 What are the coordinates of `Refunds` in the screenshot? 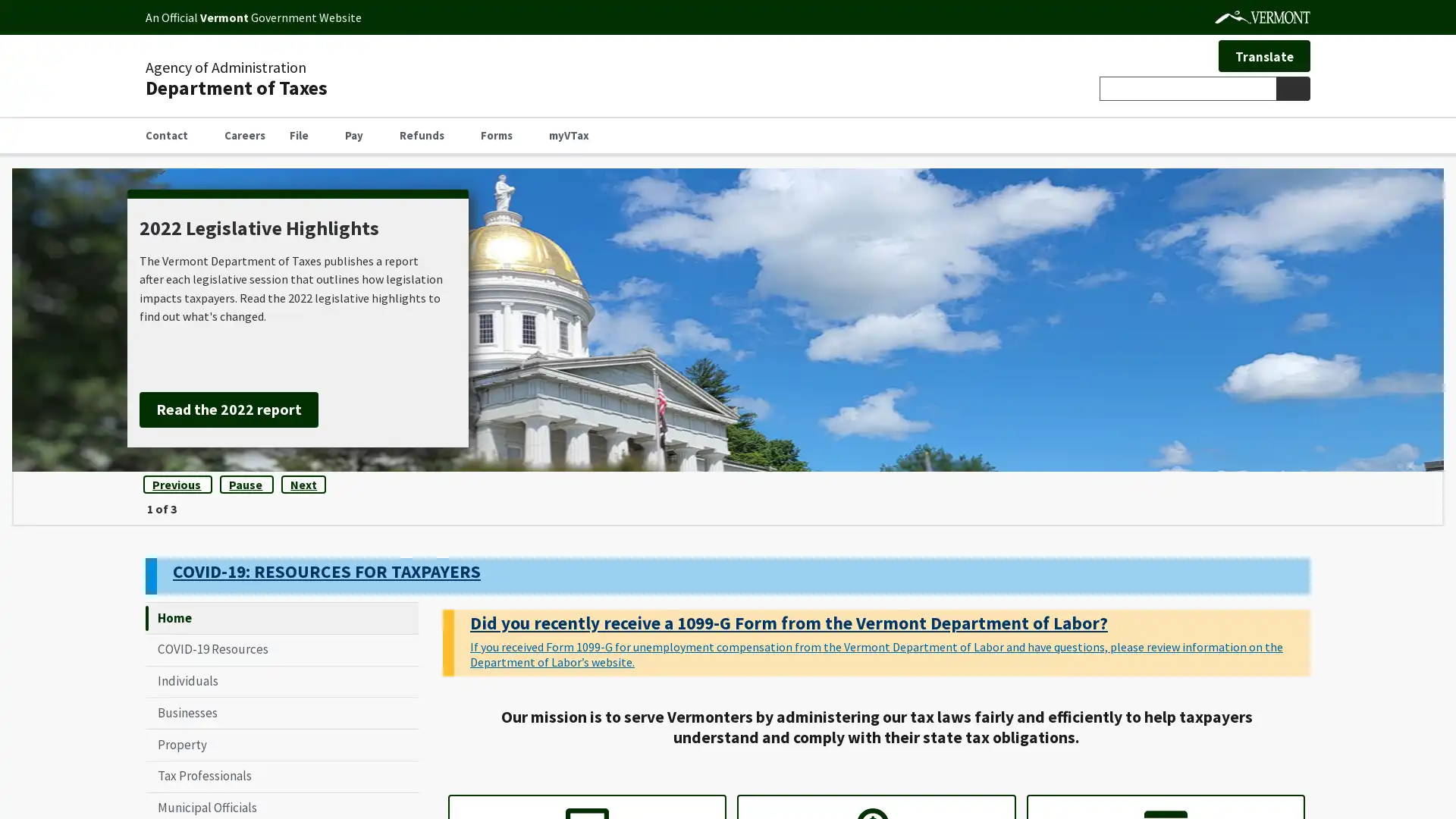 It's located at (427, 133).